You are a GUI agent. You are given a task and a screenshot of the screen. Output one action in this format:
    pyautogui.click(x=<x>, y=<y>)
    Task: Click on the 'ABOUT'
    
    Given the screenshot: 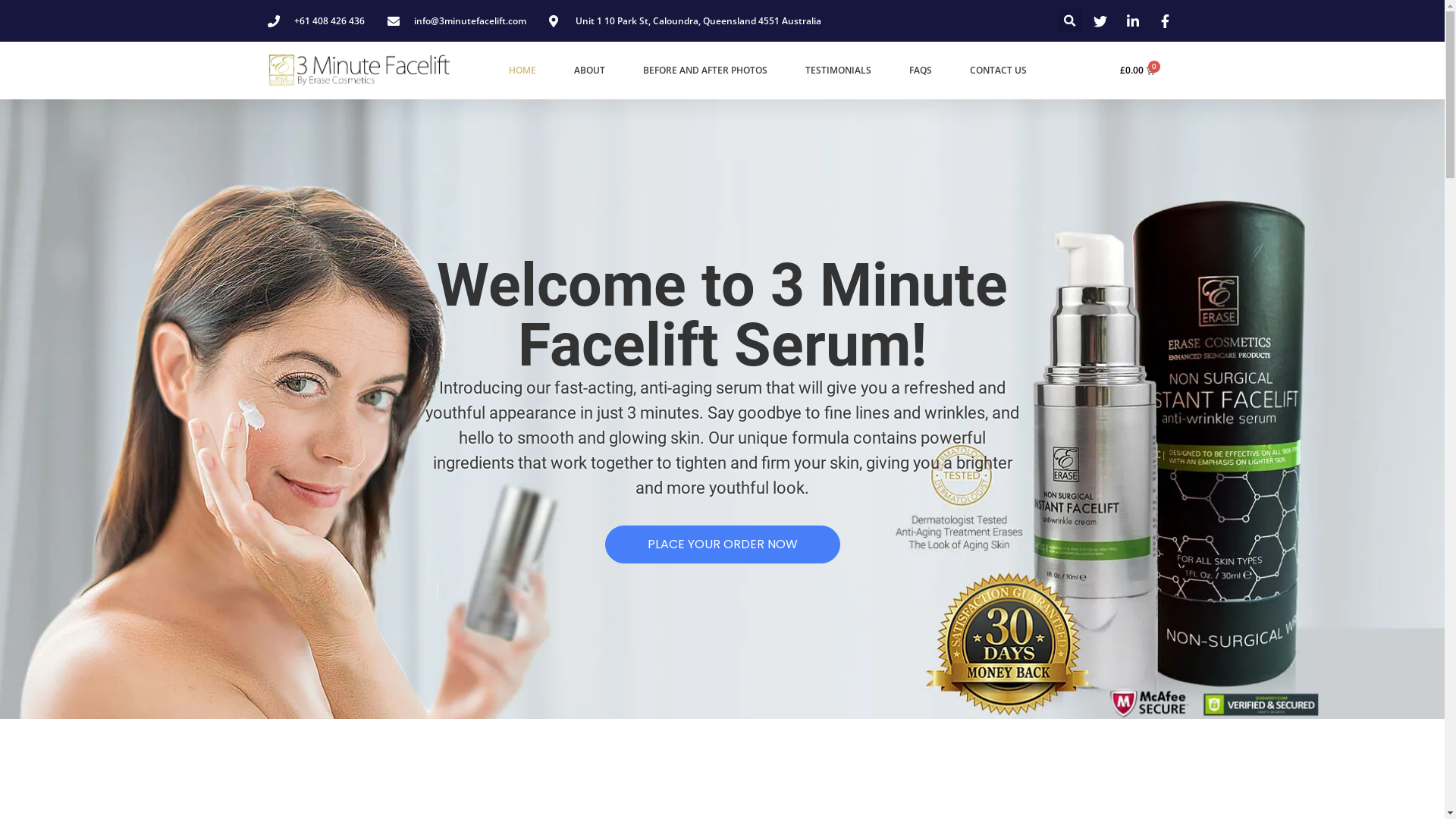 What is the action you would take?
    pyautogui.click(x=588, y=70)
    